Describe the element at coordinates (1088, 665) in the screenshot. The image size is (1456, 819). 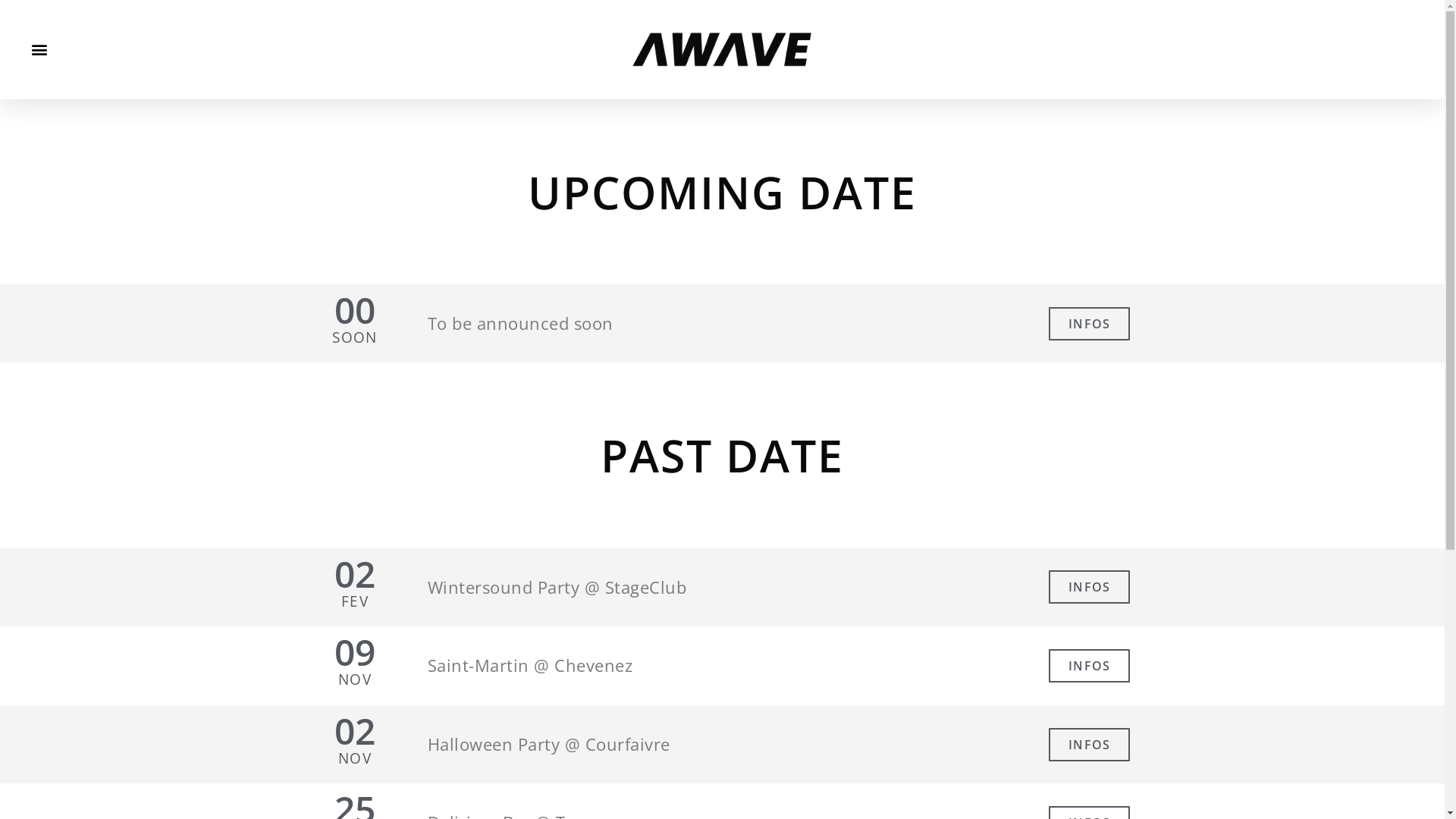
I see `'INFOS'` at that location.